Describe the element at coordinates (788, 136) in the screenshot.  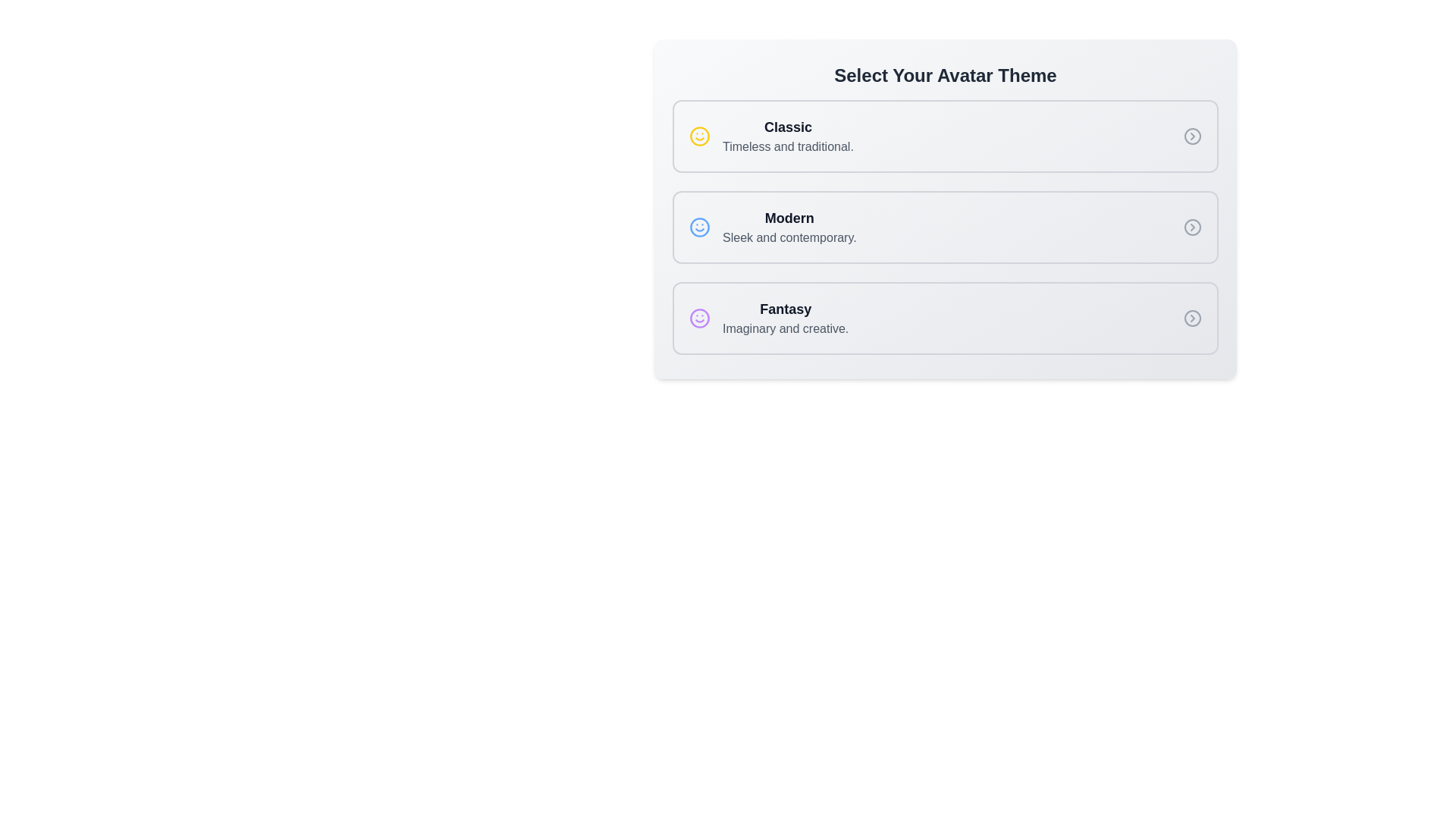
I see `to select the 'Classic' avatar theme, which is the first option in the selectable list described as 'Timeless and traditional.'` at that location.